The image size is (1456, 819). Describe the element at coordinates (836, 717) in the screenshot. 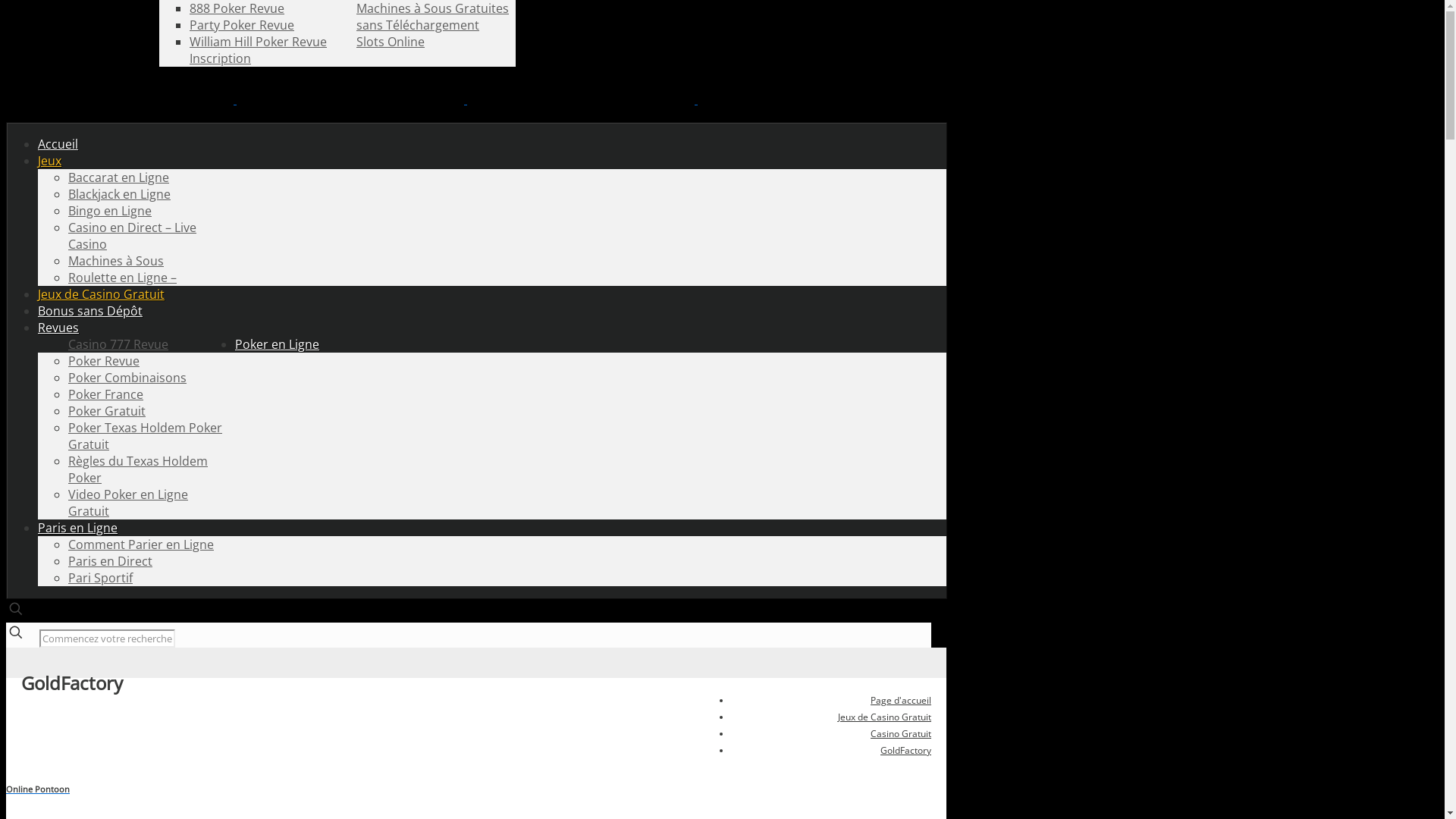

I see `'Jeux de Casino Gratuit'` at that location.